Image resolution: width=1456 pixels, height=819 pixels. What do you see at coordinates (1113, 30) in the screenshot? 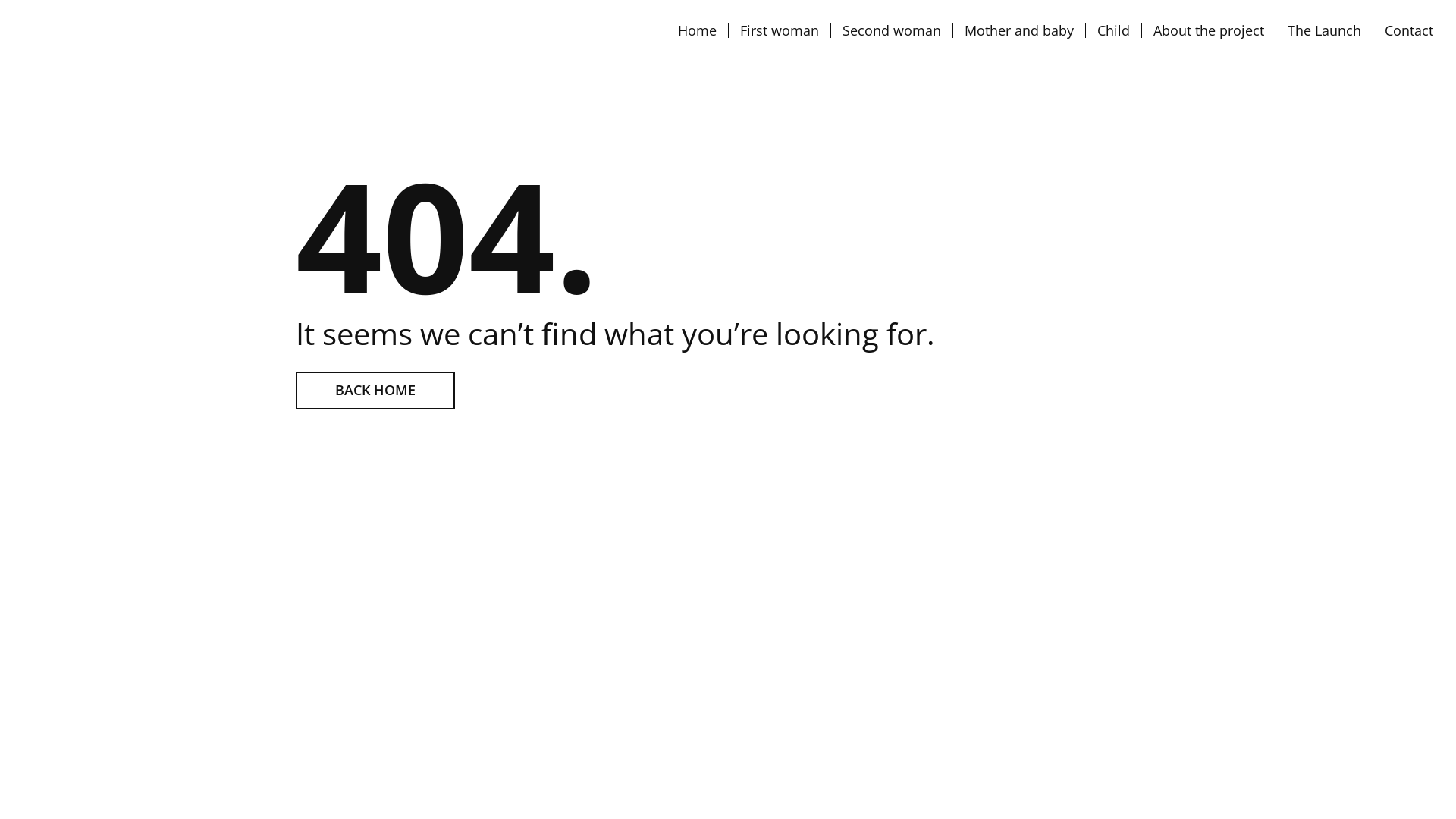
I see `'Child'` at bounding box center [1113, 30].